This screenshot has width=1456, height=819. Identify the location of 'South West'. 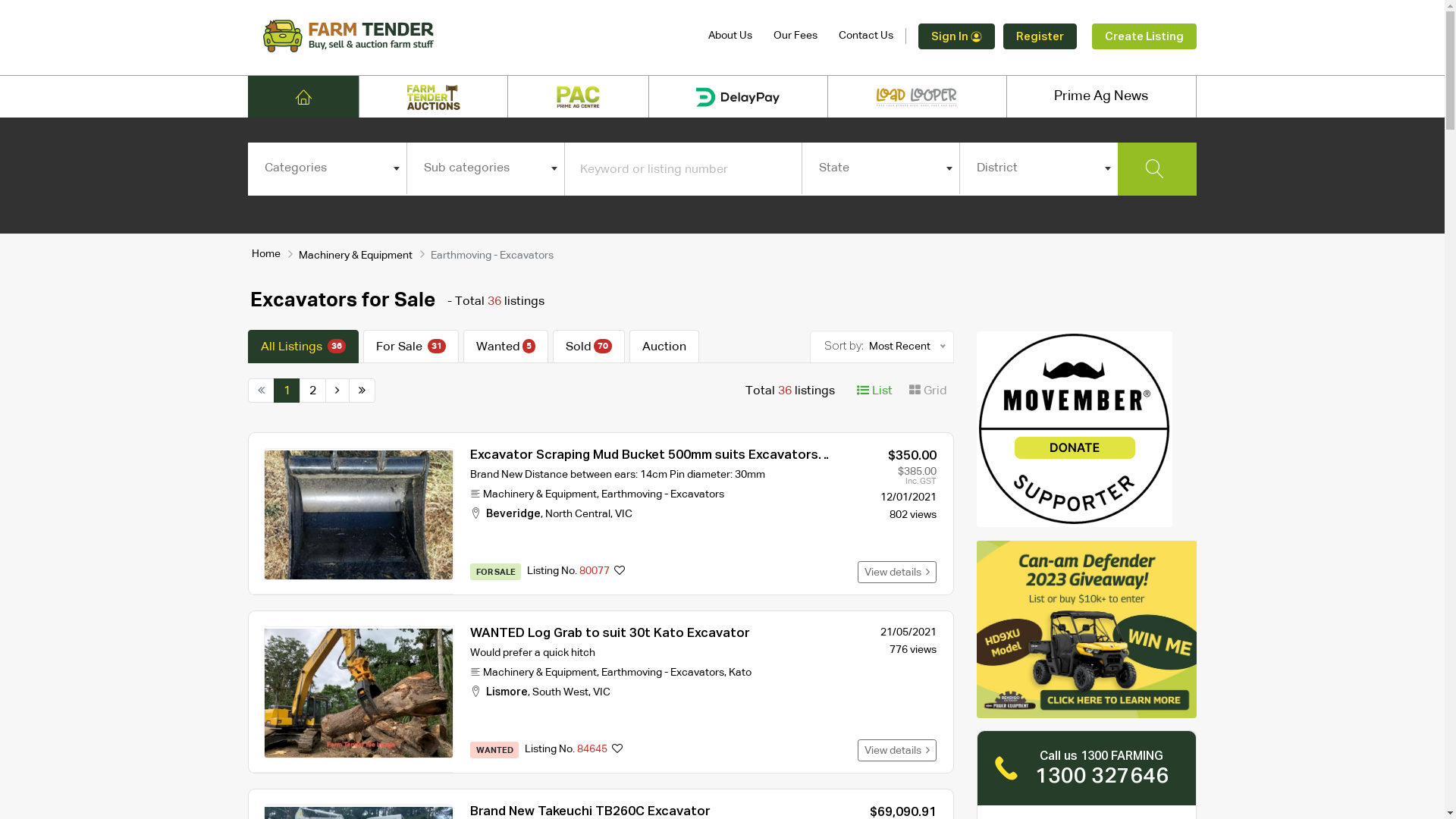
(560, 692).